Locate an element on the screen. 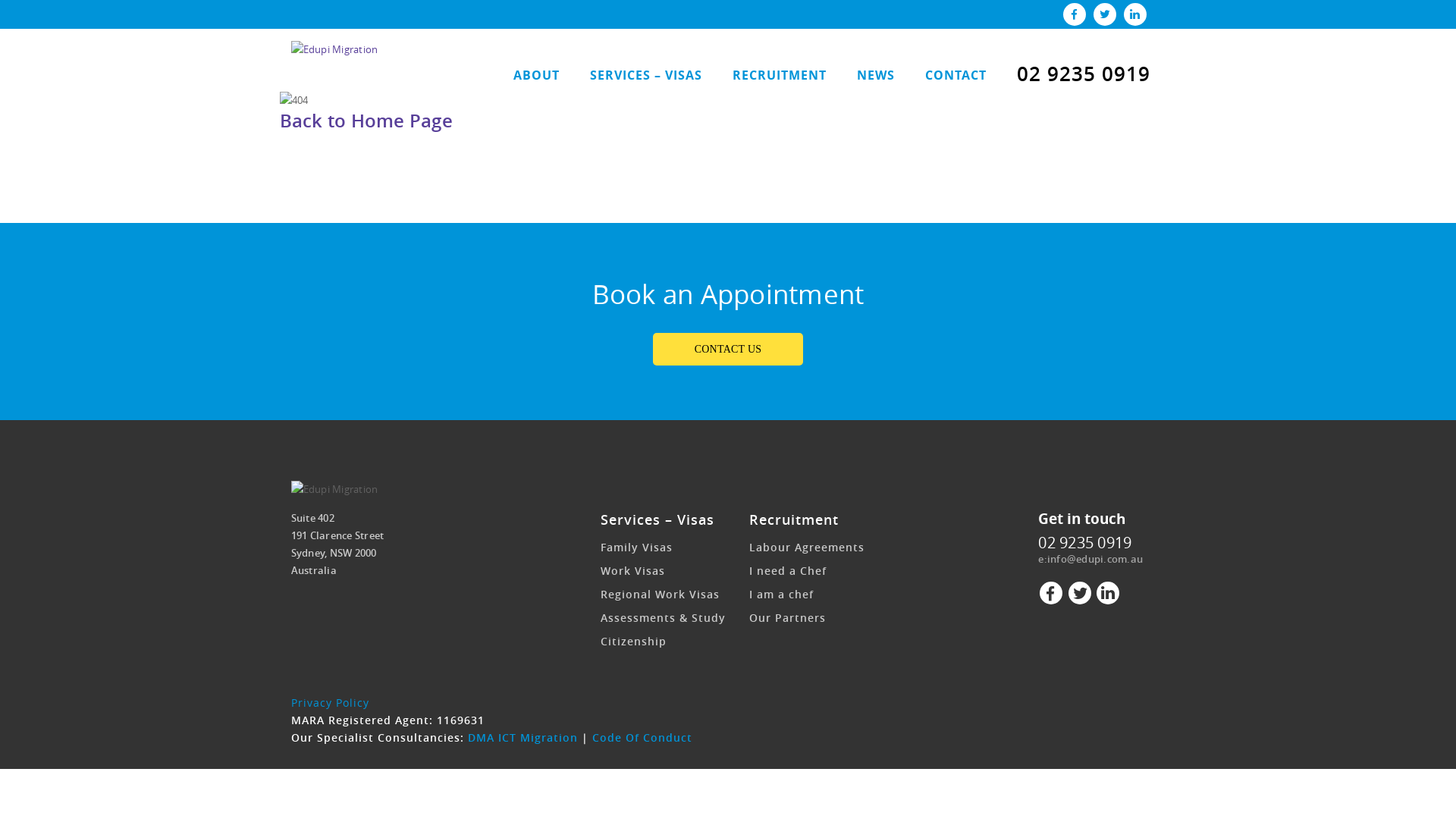 Image resolution: width=1456 pixels, height=819 pixels. 'RECRUITMENT' is located at coordinates (779, 77).